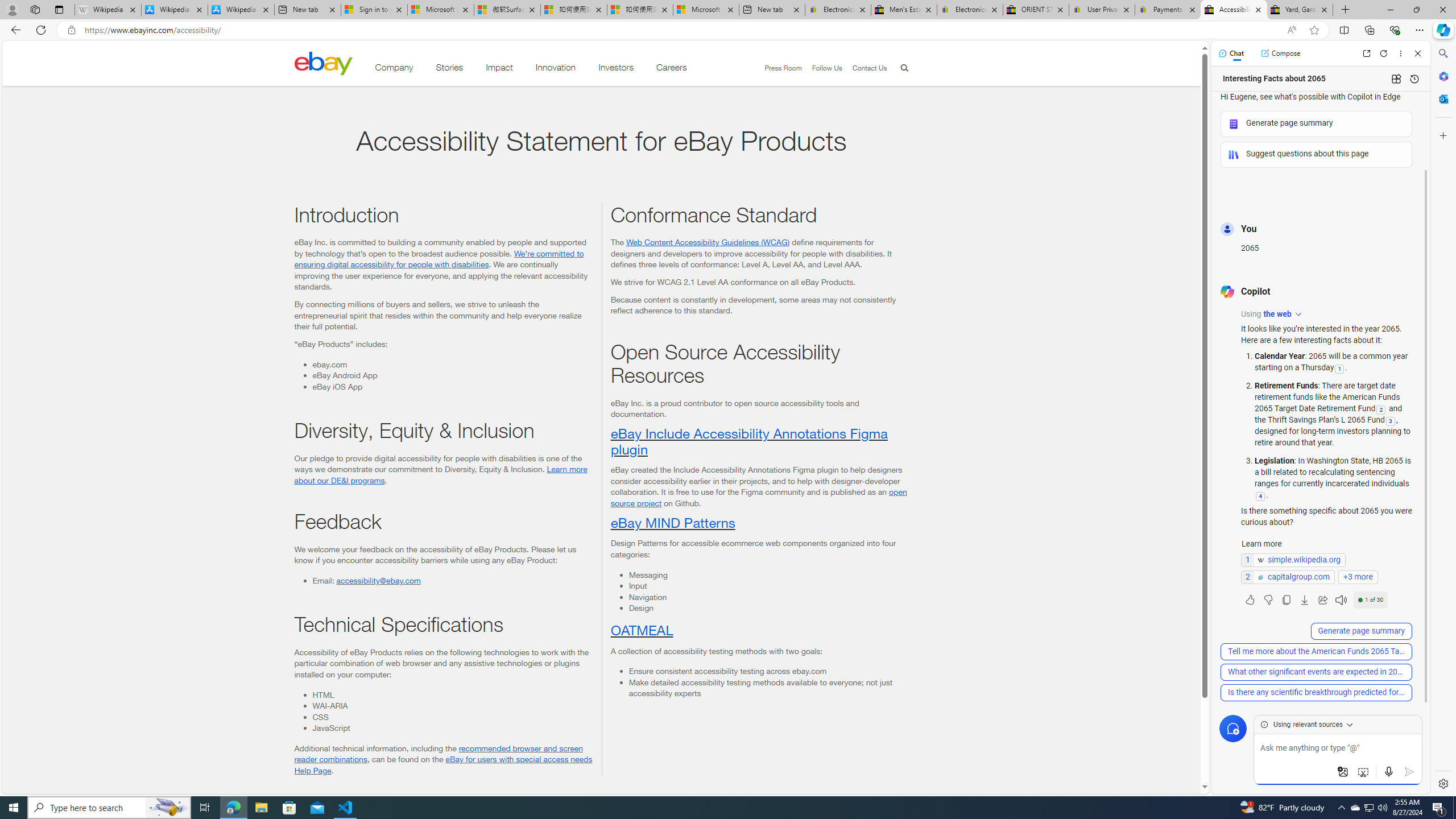  Describe the element at coordinates (640, 629) in the screenshot. I see `'OATMEAL'` at that location.